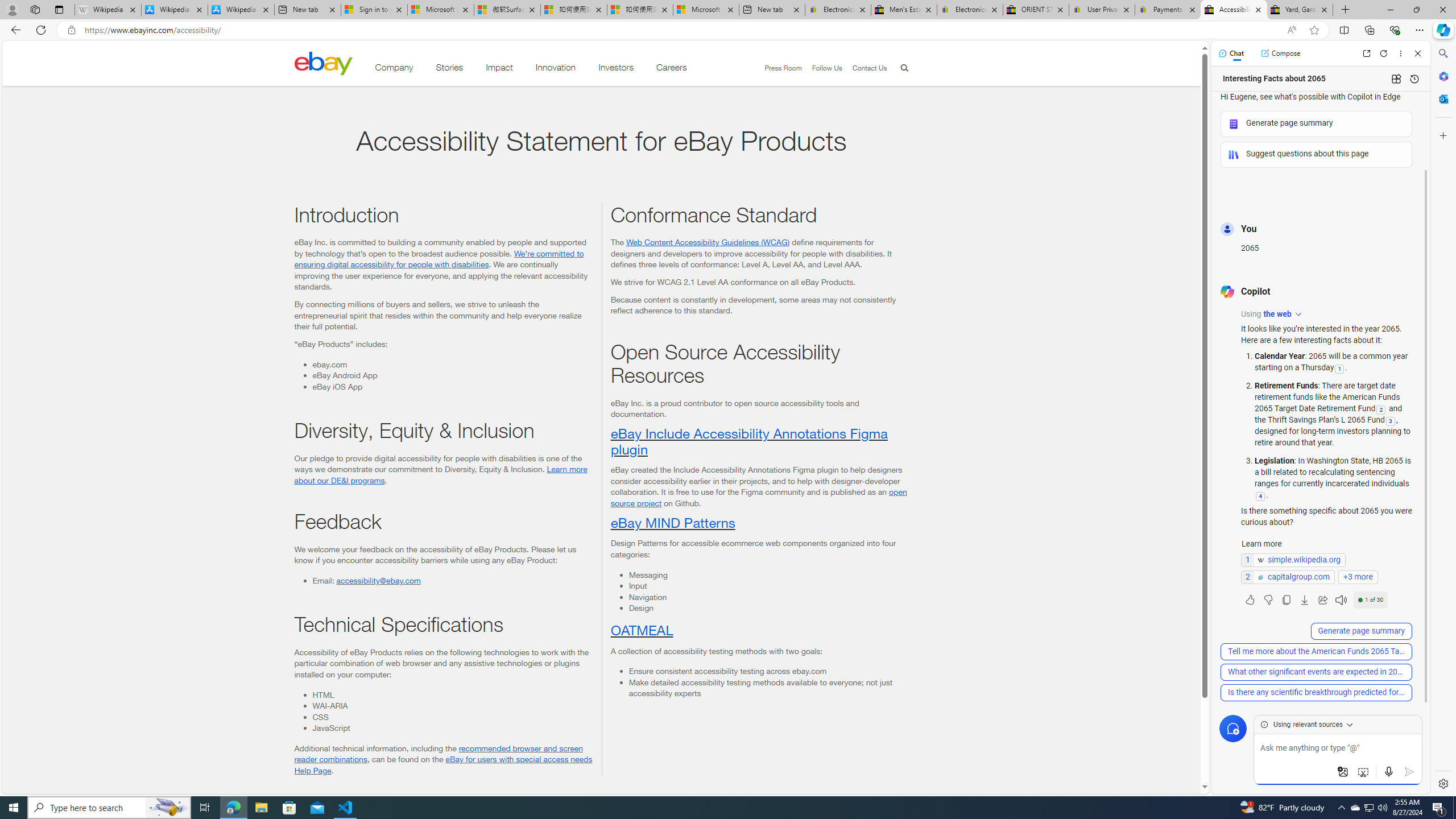  Describe the element at coordinates (640, 629) in the screenshot. I see `'OATMEAL'` at that location.